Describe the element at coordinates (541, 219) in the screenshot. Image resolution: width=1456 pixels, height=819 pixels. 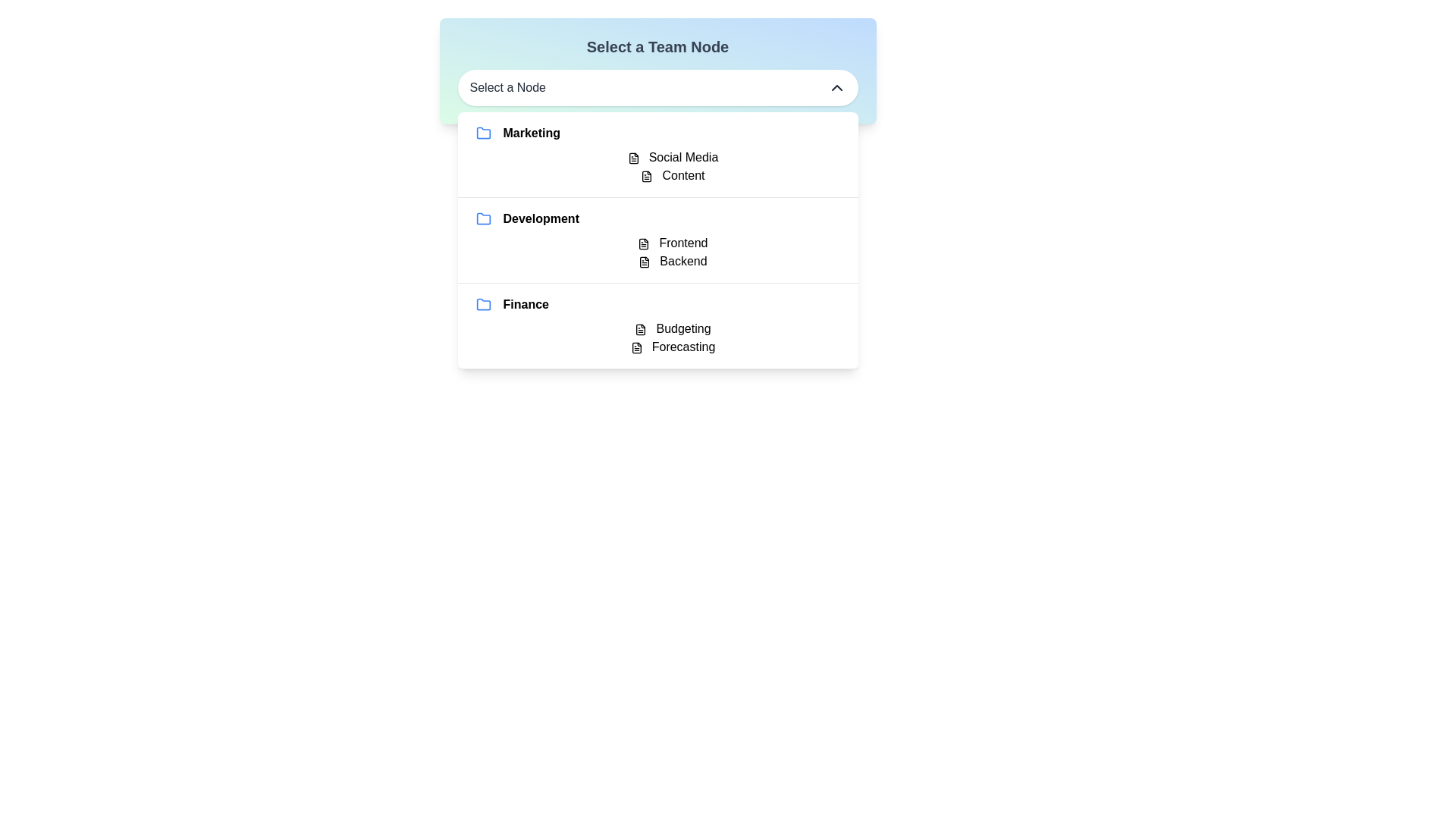
I see `the static text label that serves as a category or node description, positioned centrally between a folder icon and the rest of the layout` at that location.